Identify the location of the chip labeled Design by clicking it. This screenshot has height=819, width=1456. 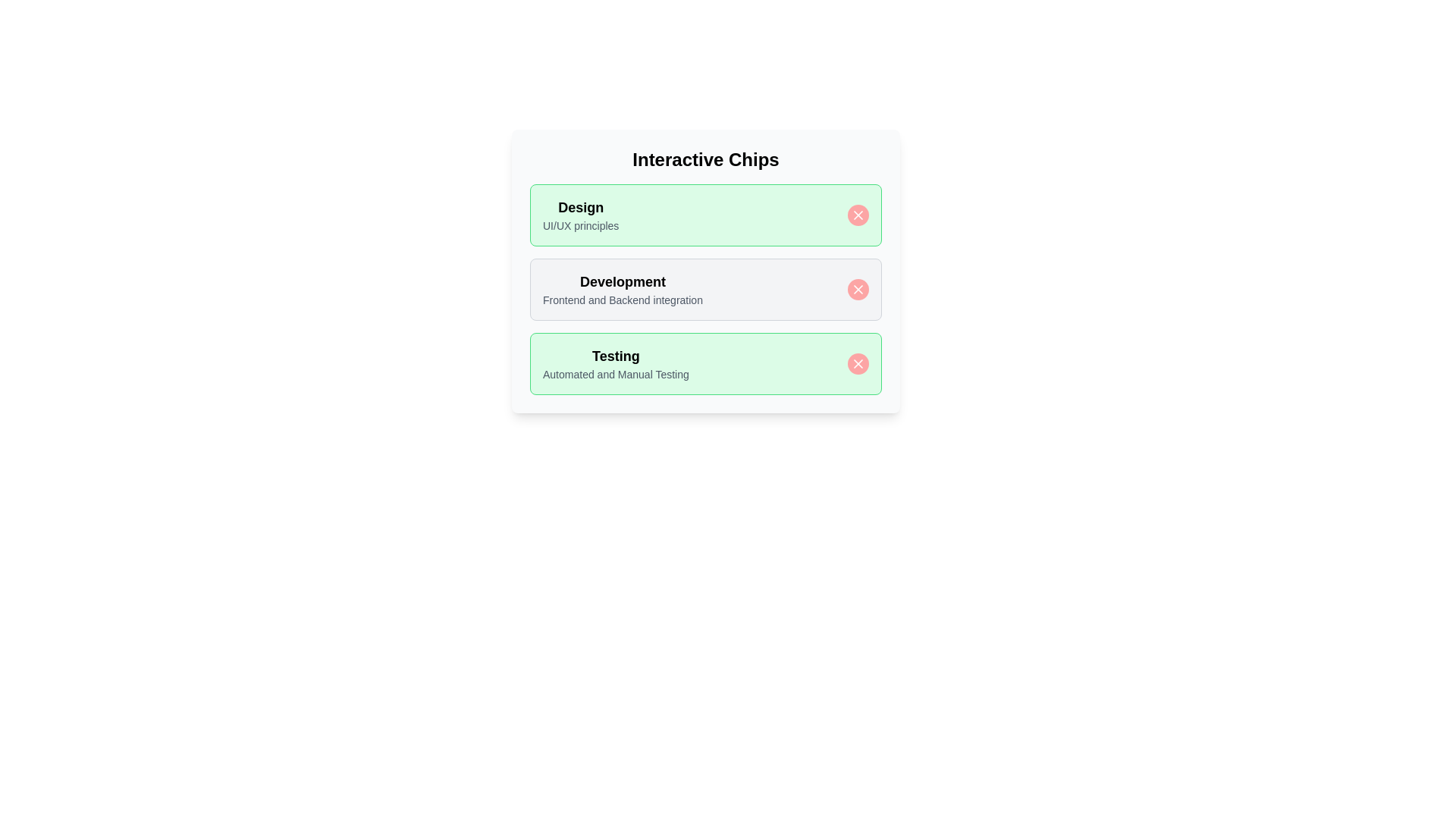
(705, 215).